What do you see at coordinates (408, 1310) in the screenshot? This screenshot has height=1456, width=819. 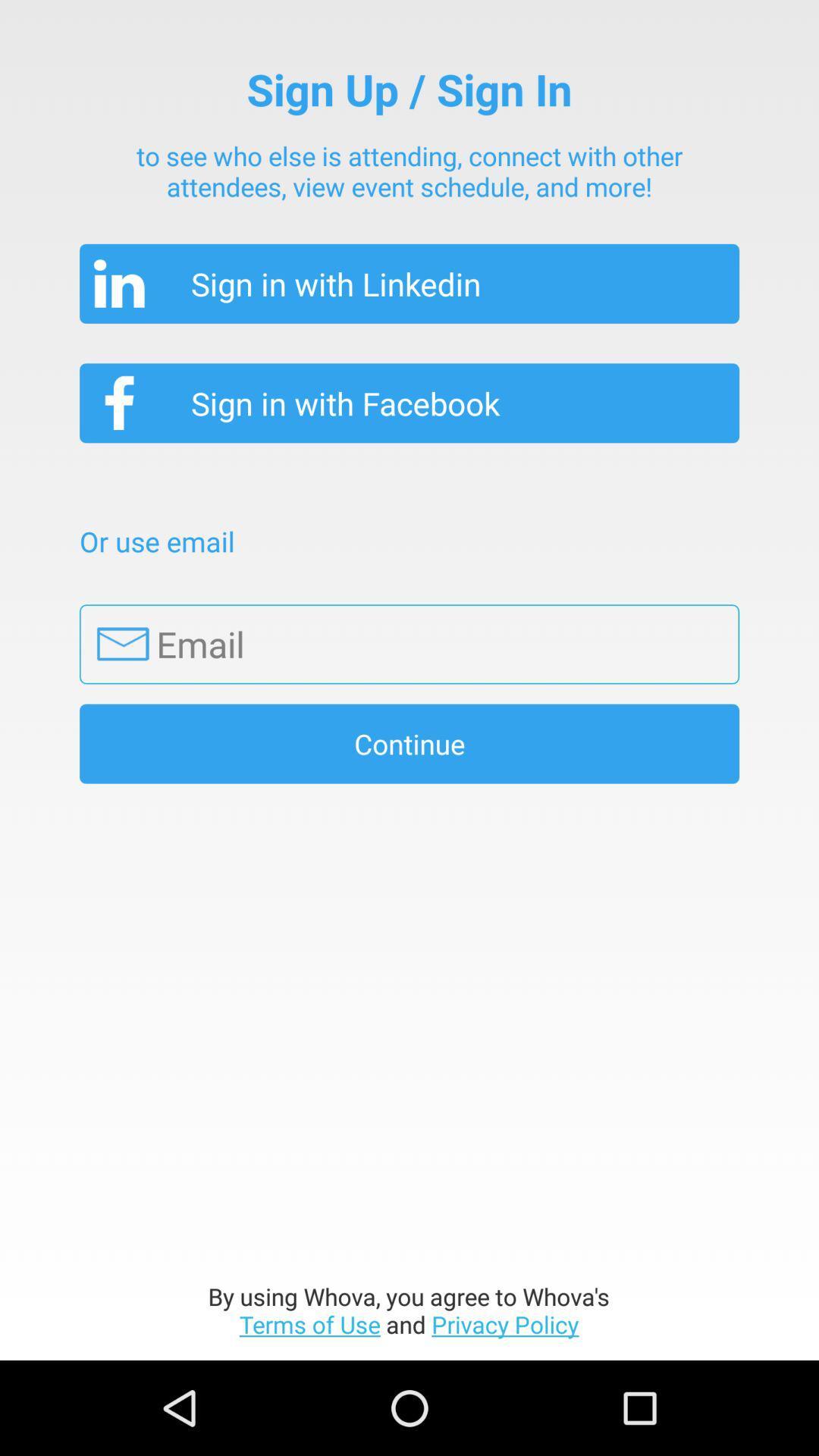 I see `by using whova item` at bounding box center [408, 1310].